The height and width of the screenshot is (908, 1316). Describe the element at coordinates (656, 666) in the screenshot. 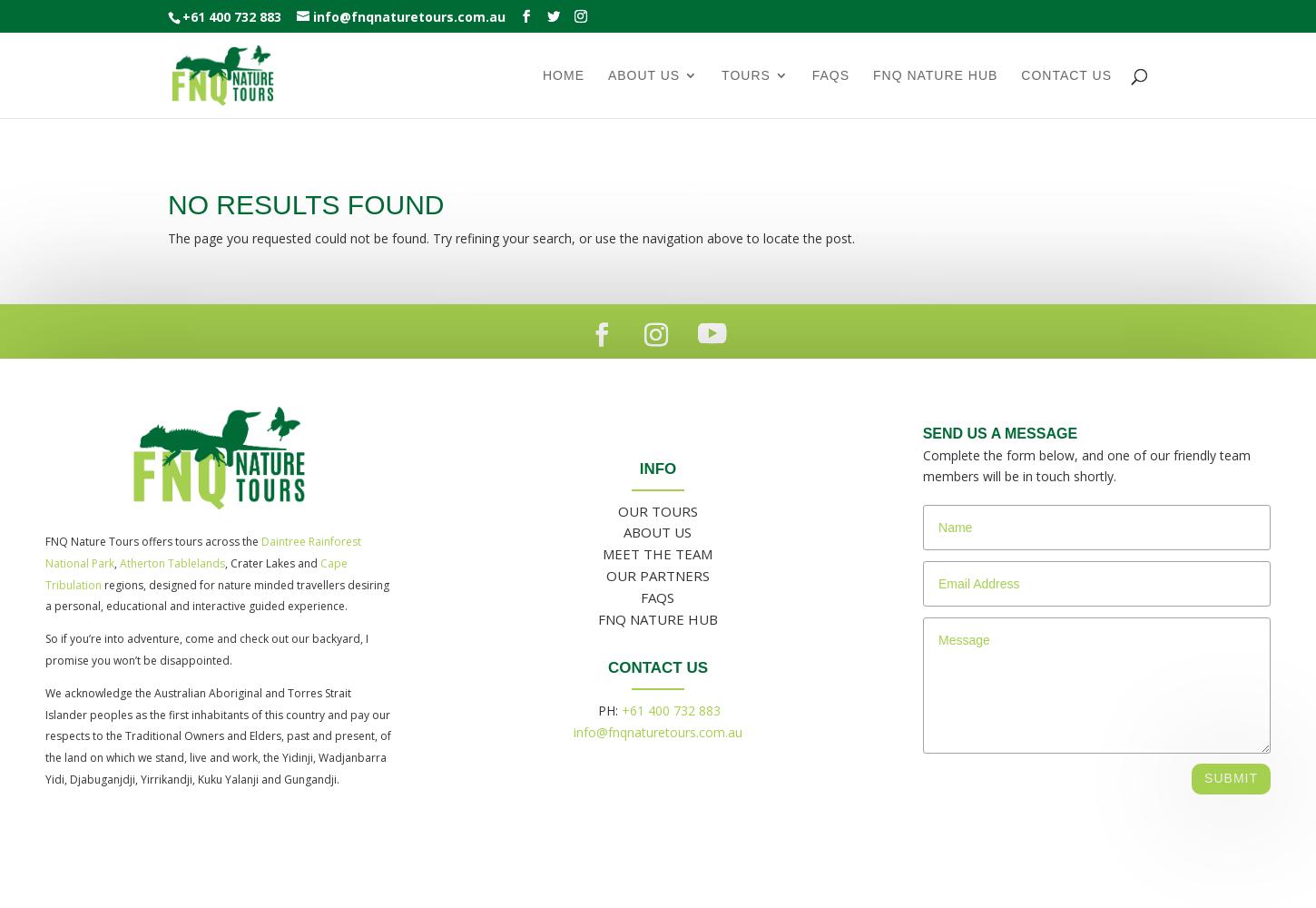

I see `'CONTACT US'` at that location.